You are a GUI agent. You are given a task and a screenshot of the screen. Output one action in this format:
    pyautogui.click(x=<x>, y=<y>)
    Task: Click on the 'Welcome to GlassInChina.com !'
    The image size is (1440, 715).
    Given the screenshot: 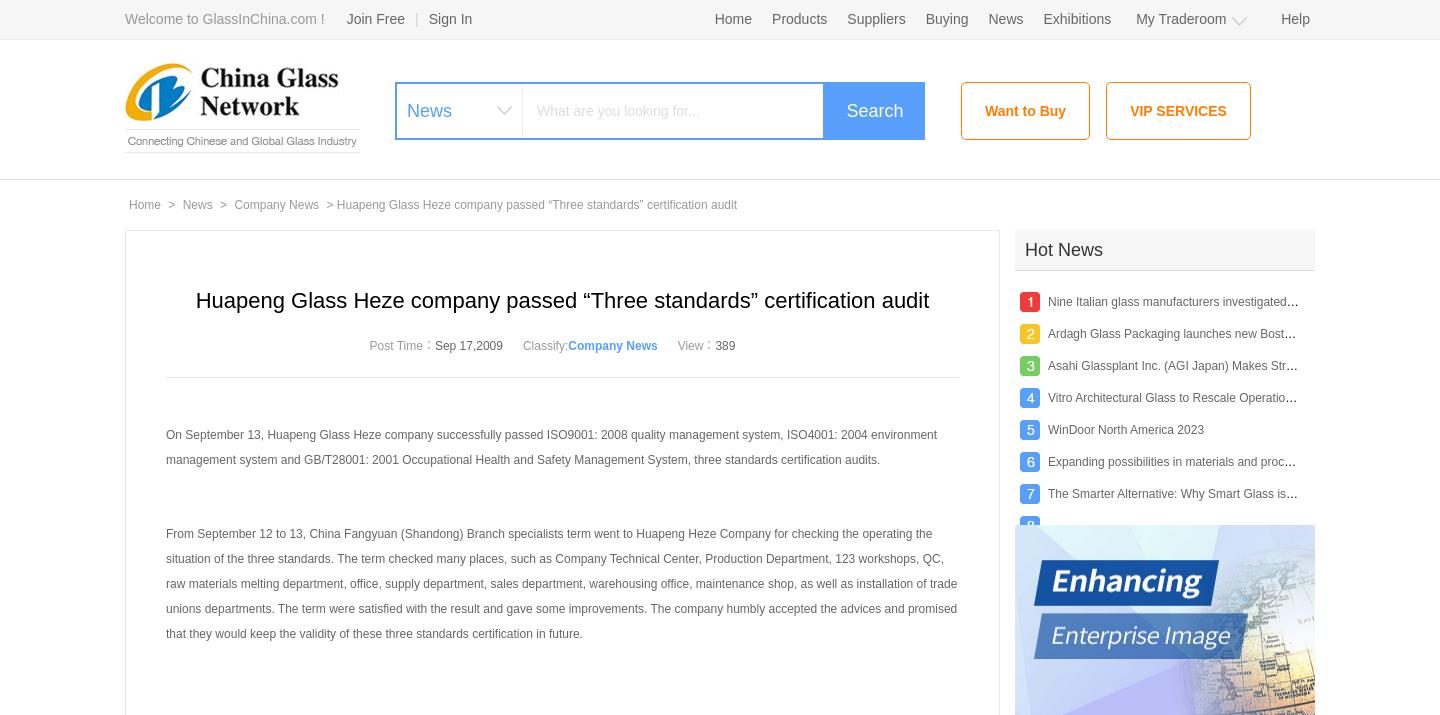 What is the action you would take?
    pyautogui.click(x=123, y=19)
    